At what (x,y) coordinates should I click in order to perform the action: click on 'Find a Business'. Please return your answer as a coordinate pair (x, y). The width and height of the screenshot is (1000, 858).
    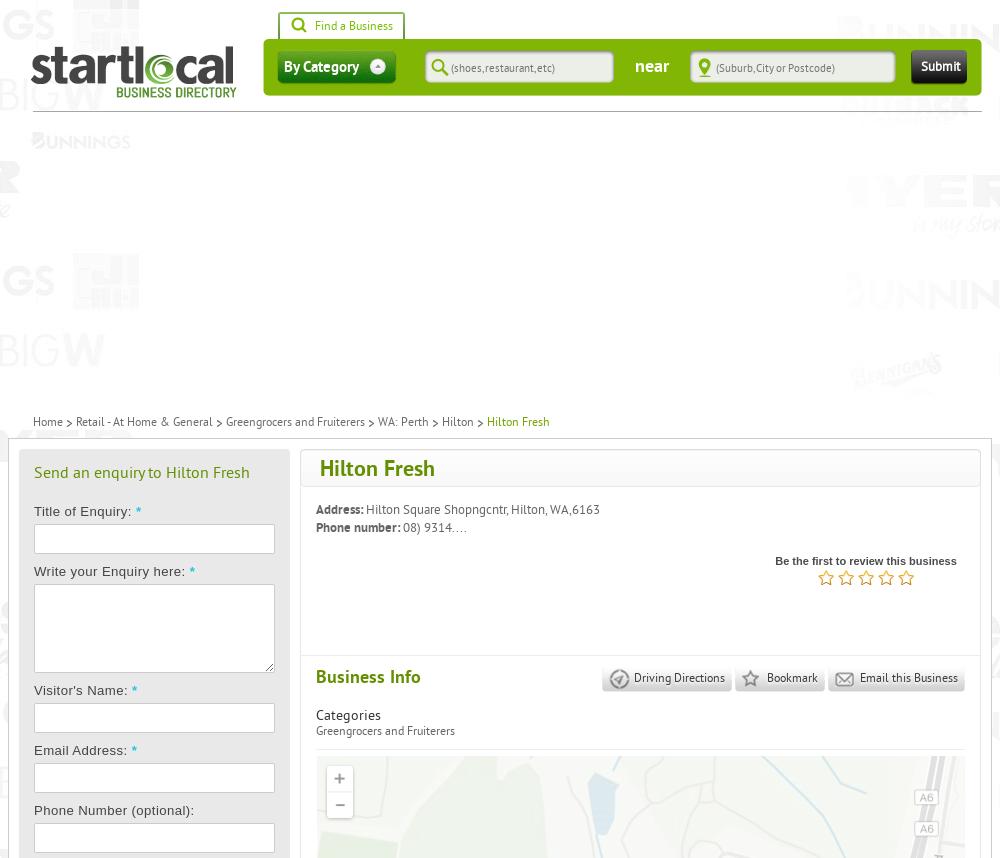
    Looking at the image, I should click on (353, 26).